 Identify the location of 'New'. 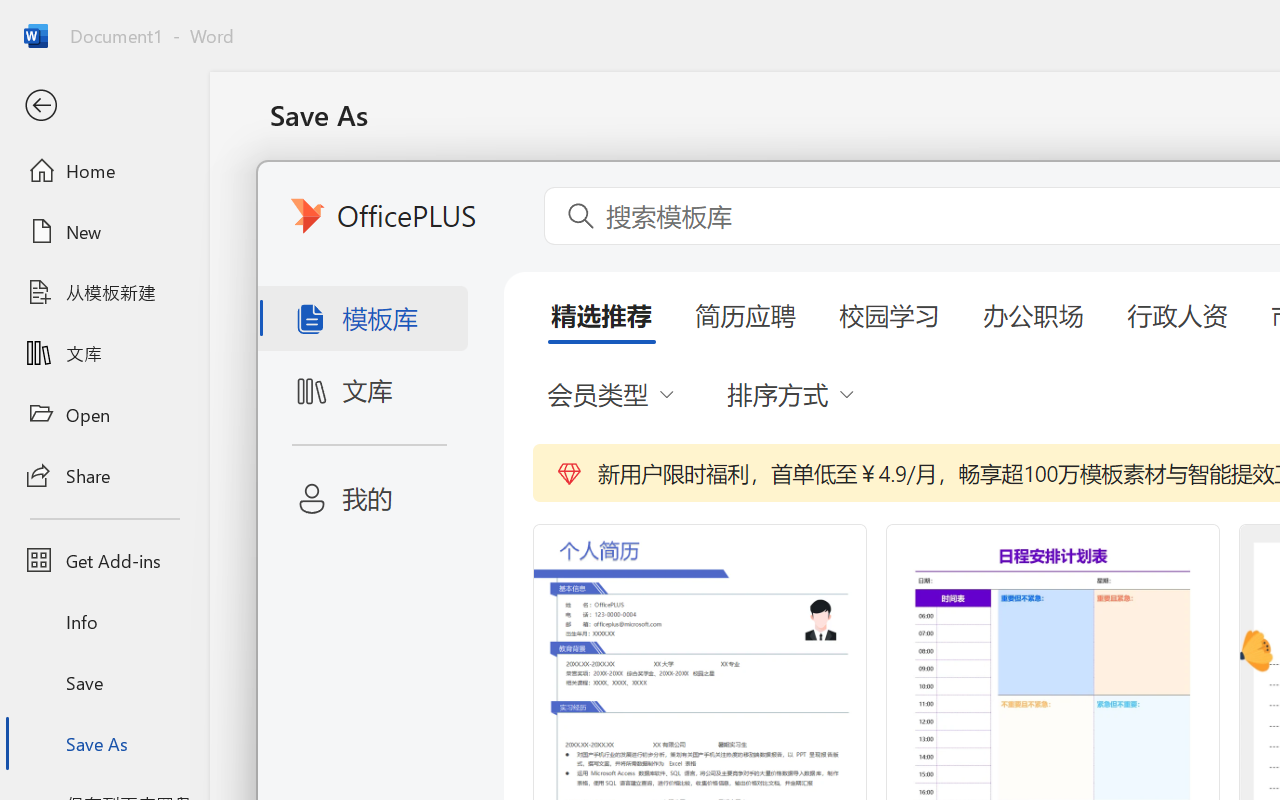
(103, 231).